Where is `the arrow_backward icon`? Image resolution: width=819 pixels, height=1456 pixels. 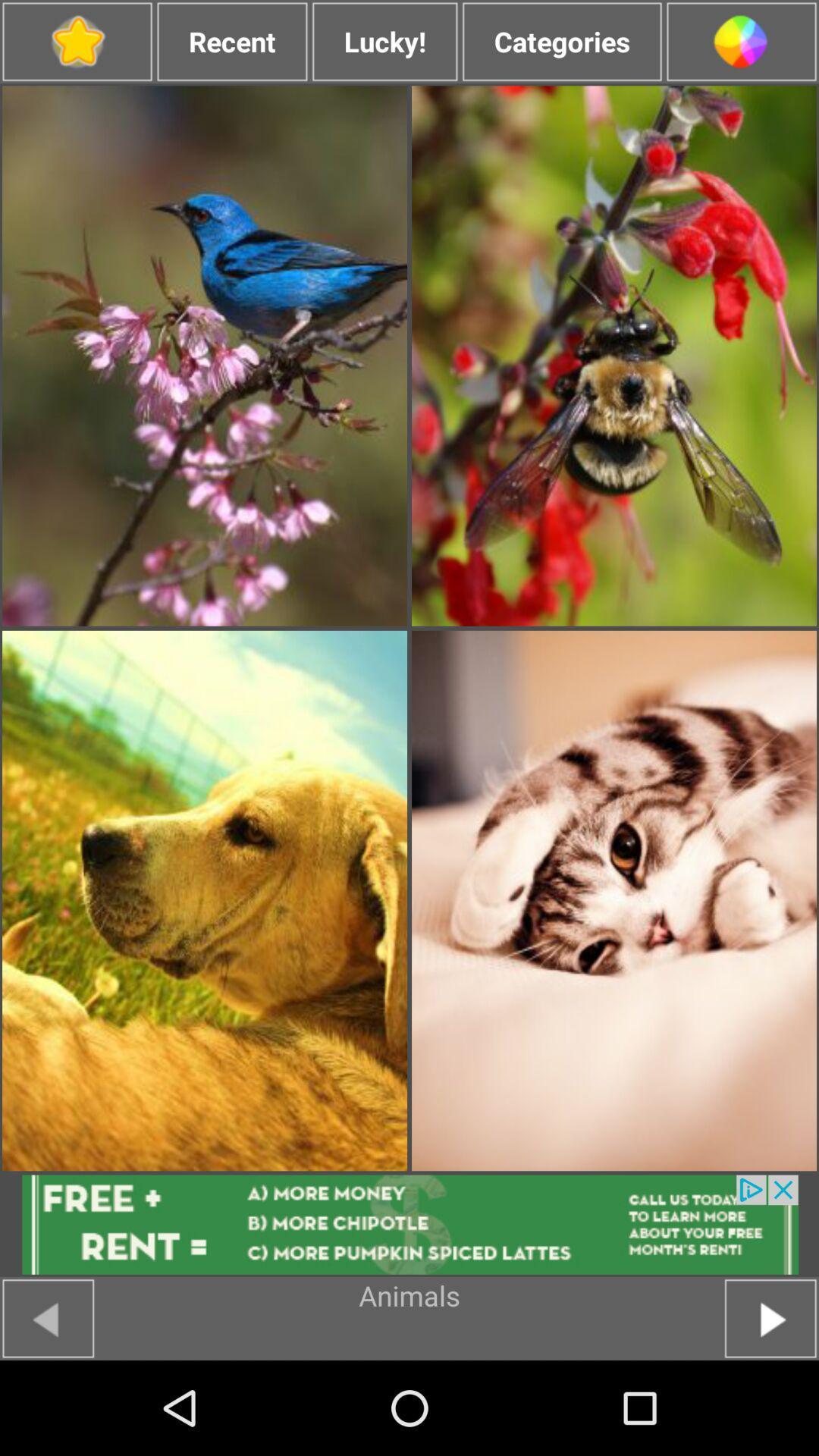 the arrow_backward icon is located at coordinates (47, 1410).